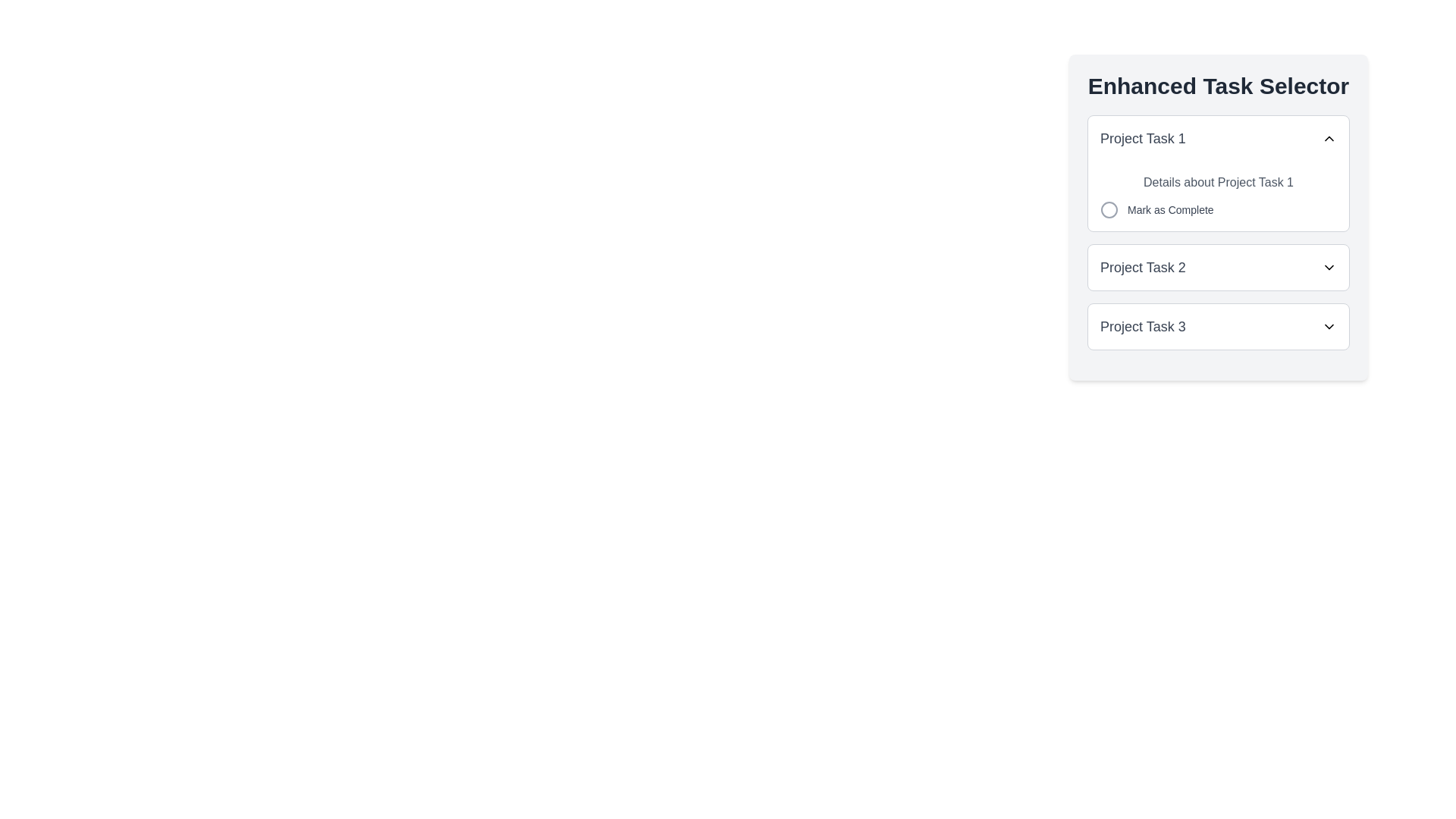 This screenshot has width=1456, height=819. Describe the element at coordinates (1156, 210) in the screenshot. I see `the interactive button-like element combining text and an icon within the 'Details about Project Task 1' panel to mark the related task as finished` at that location.